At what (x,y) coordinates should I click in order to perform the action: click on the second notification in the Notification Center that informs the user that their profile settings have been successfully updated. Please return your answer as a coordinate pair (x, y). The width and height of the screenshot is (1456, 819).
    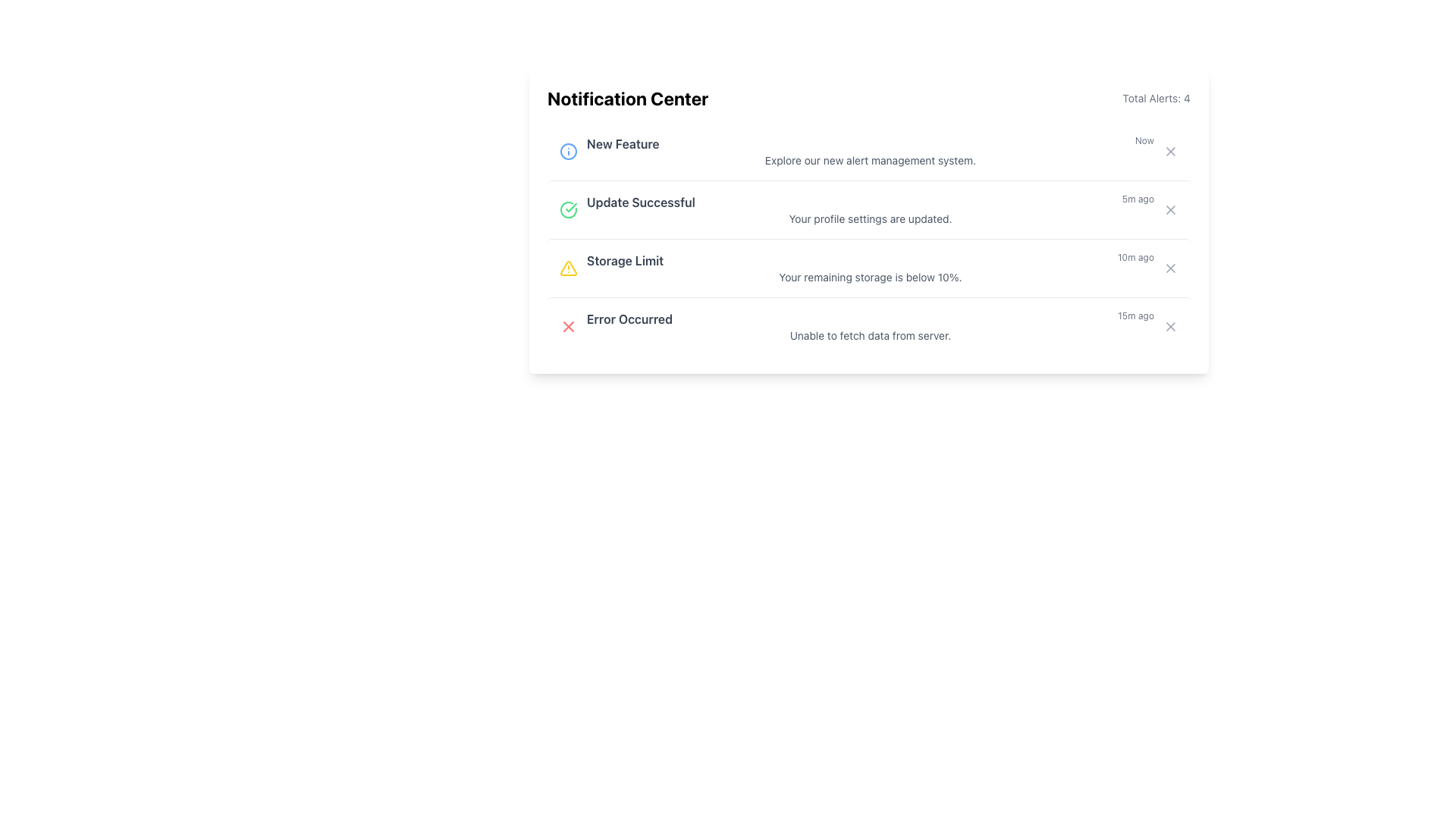
    Looking at the image, I should click on (870, 210).